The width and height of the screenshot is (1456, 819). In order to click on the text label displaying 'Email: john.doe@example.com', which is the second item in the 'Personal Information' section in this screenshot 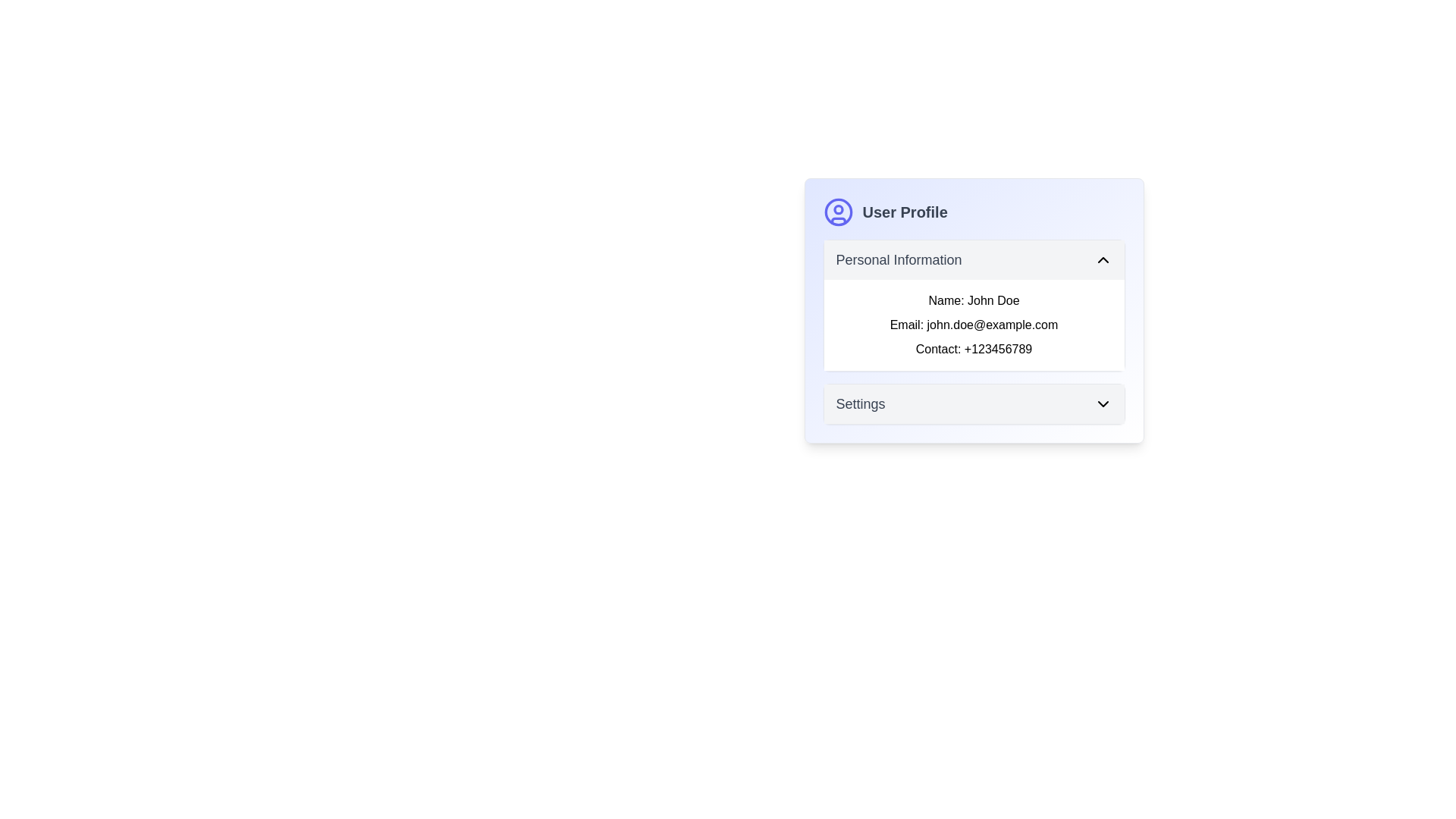, I will do `click(974, 324)`.